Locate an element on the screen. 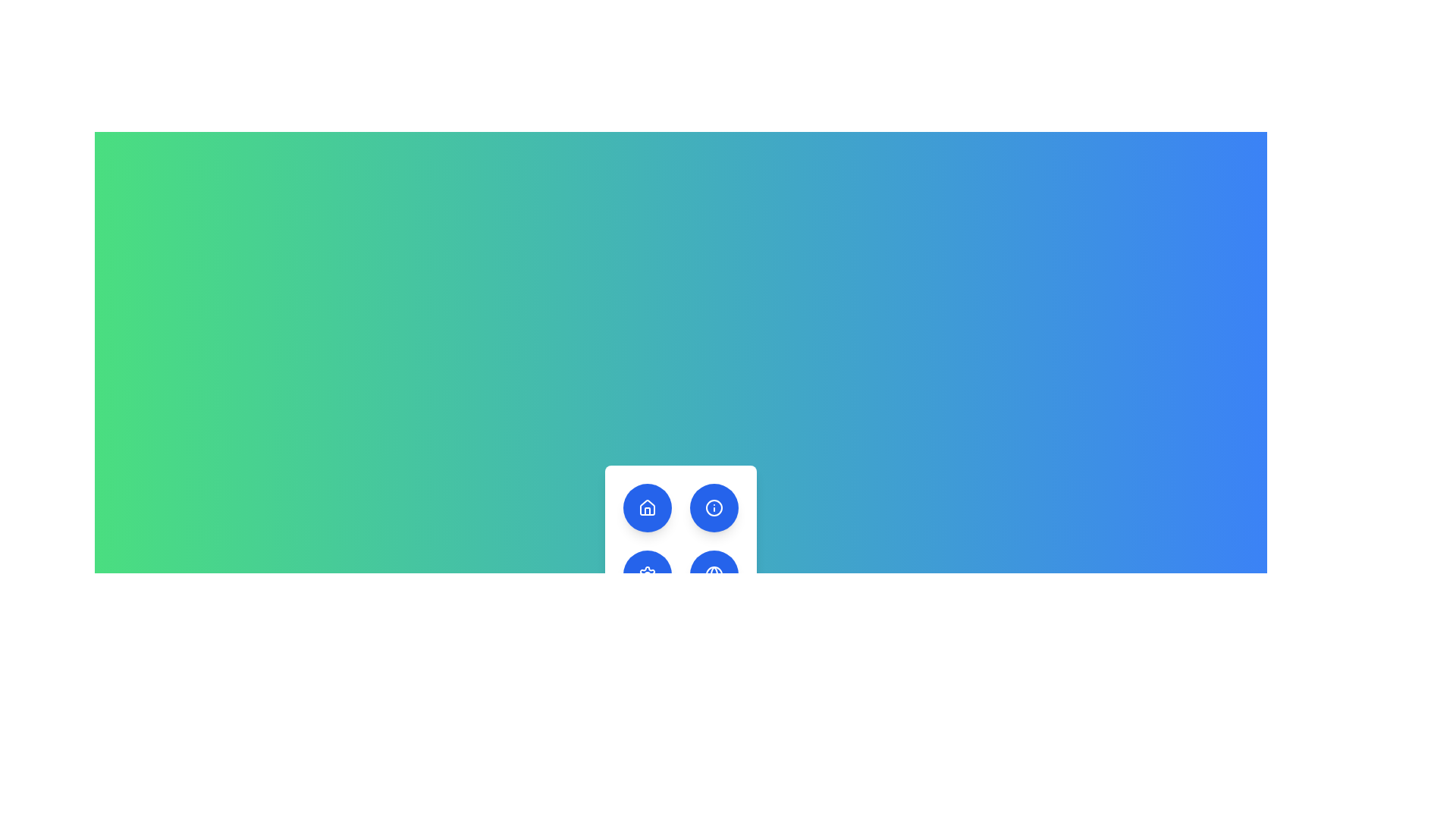 The width and height of the screenshot is (1456, 819). the 'info' icon button located in the second position of the top row in a grid of circular buttons is located at coordinates (713, 508).